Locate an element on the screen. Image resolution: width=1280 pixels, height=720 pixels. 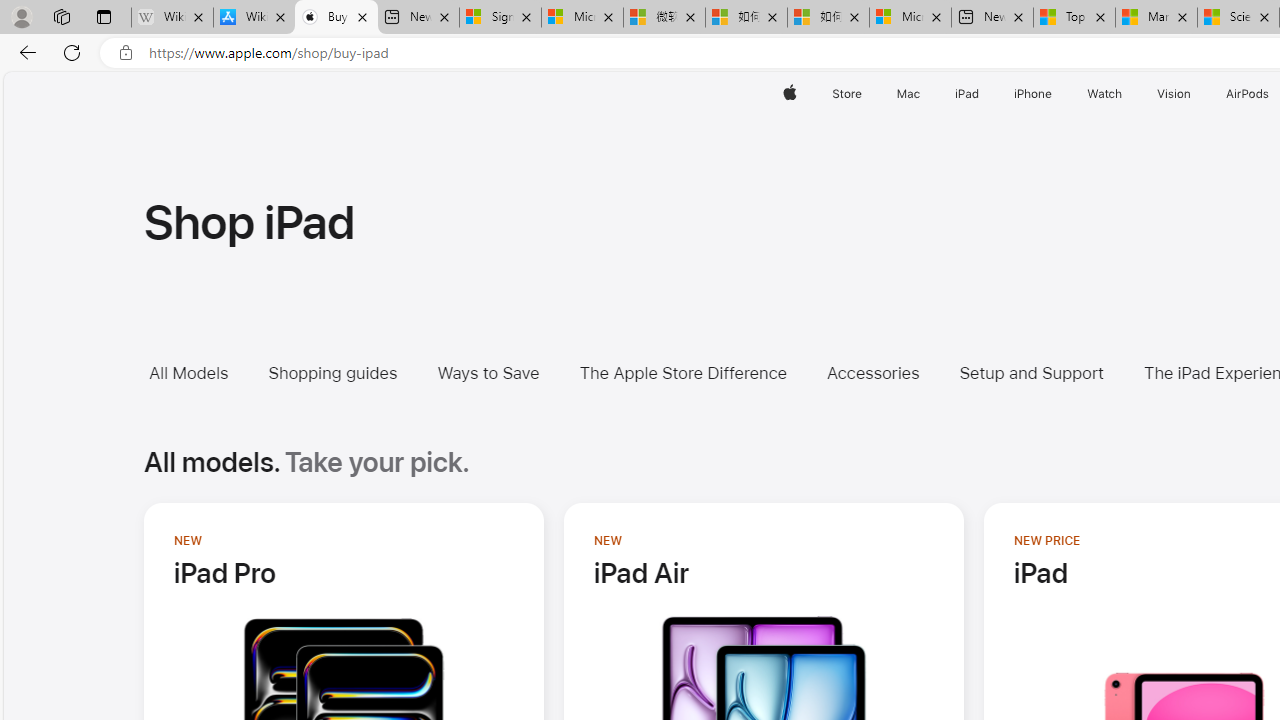
'iPhone' is located at coordinates (1033, 93).